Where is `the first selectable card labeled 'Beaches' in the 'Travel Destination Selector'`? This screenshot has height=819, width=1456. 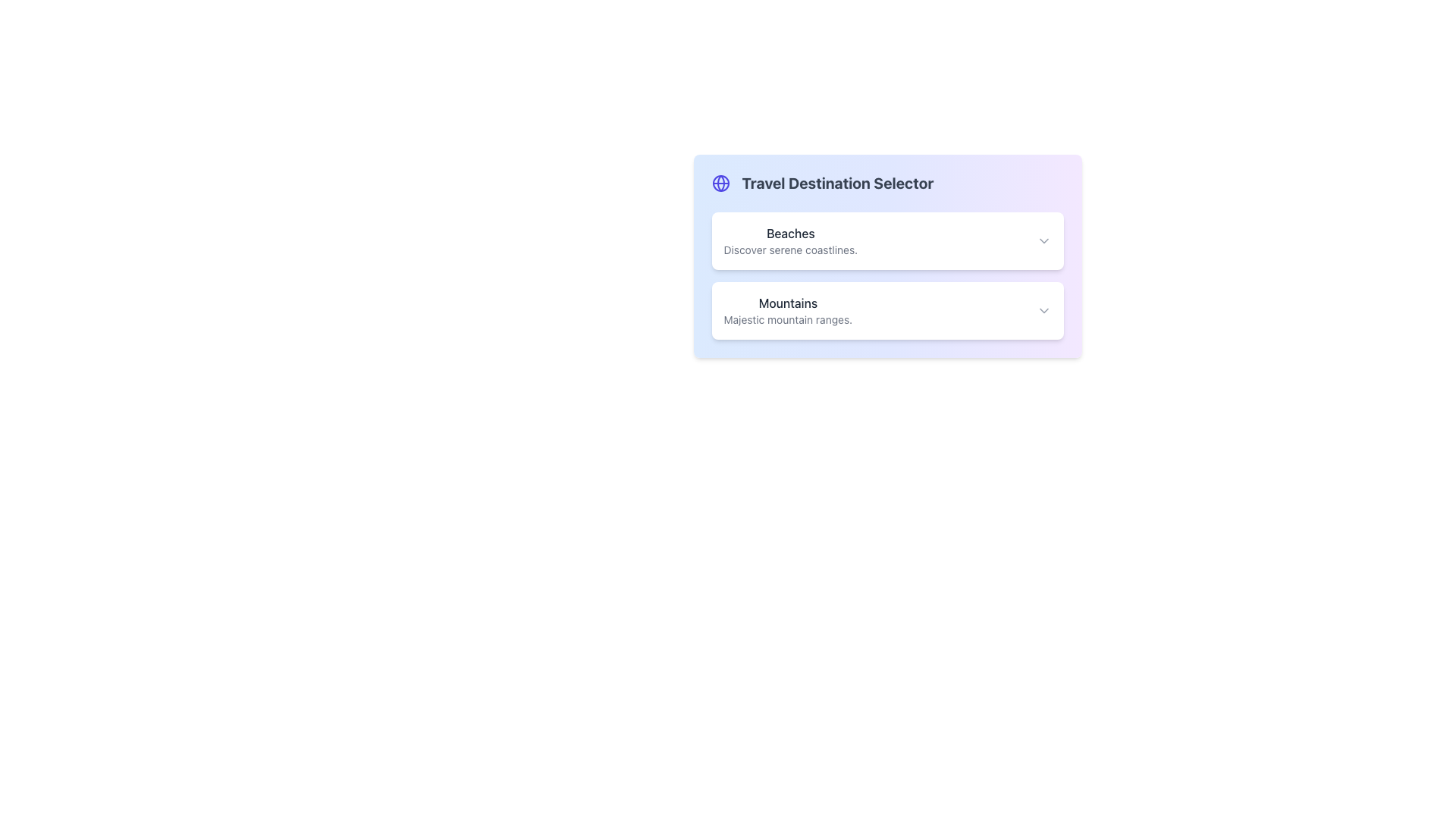
the first selectable card labeled 'Beaches' in the 'Travel Destination Selector' is located at coordinates (887, 240).